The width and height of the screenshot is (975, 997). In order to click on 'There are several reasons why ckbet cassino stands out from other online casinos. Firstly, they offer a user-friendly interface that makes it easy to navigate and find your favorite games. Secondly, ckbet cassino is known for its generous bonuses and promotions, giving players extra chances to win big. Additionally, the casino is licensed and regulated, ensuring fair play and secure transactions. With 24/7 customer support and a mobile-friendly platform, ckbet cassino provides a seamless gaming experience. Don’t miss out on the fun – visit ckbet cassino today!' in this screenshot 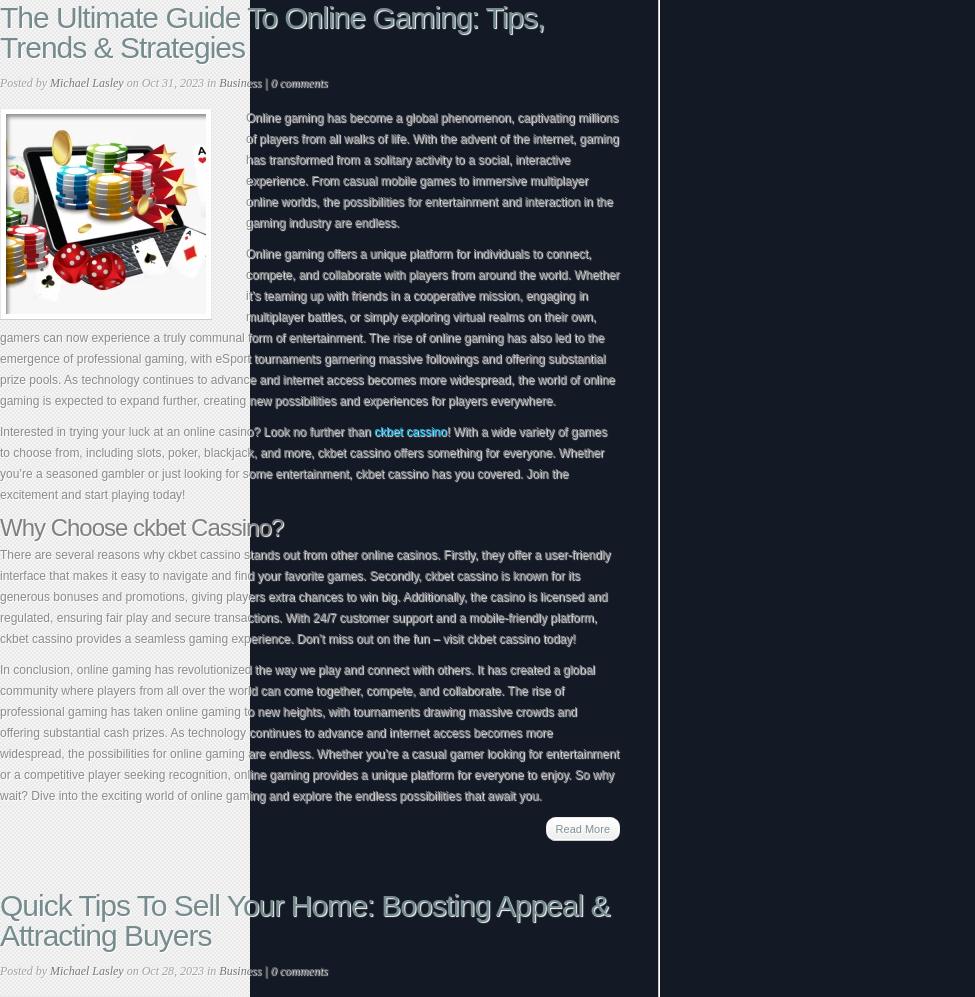, I will do `click(303, 596)`.